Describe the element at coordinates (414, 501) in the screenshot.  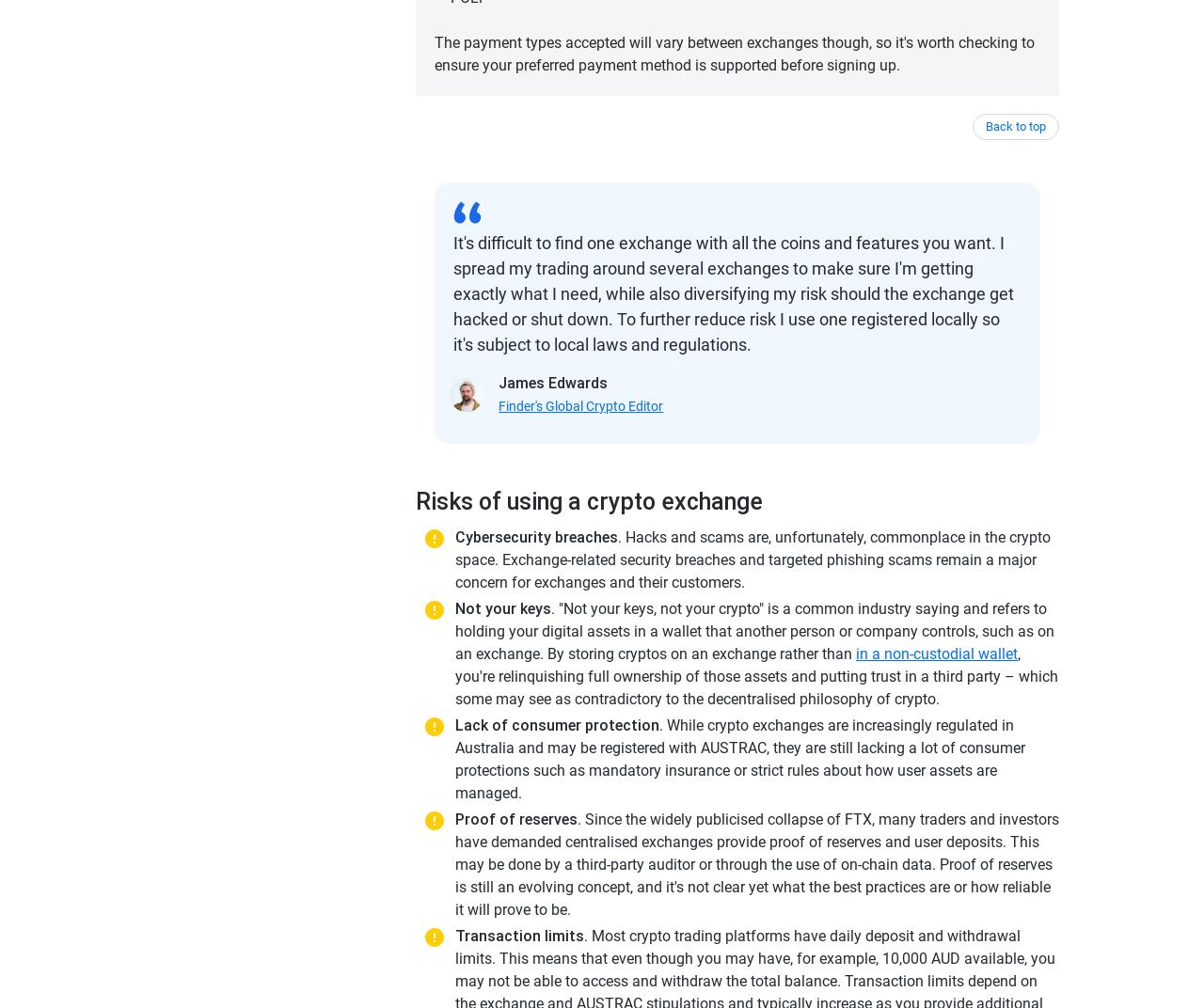
I see `'Risks of using a crypto exchange'` at that location.